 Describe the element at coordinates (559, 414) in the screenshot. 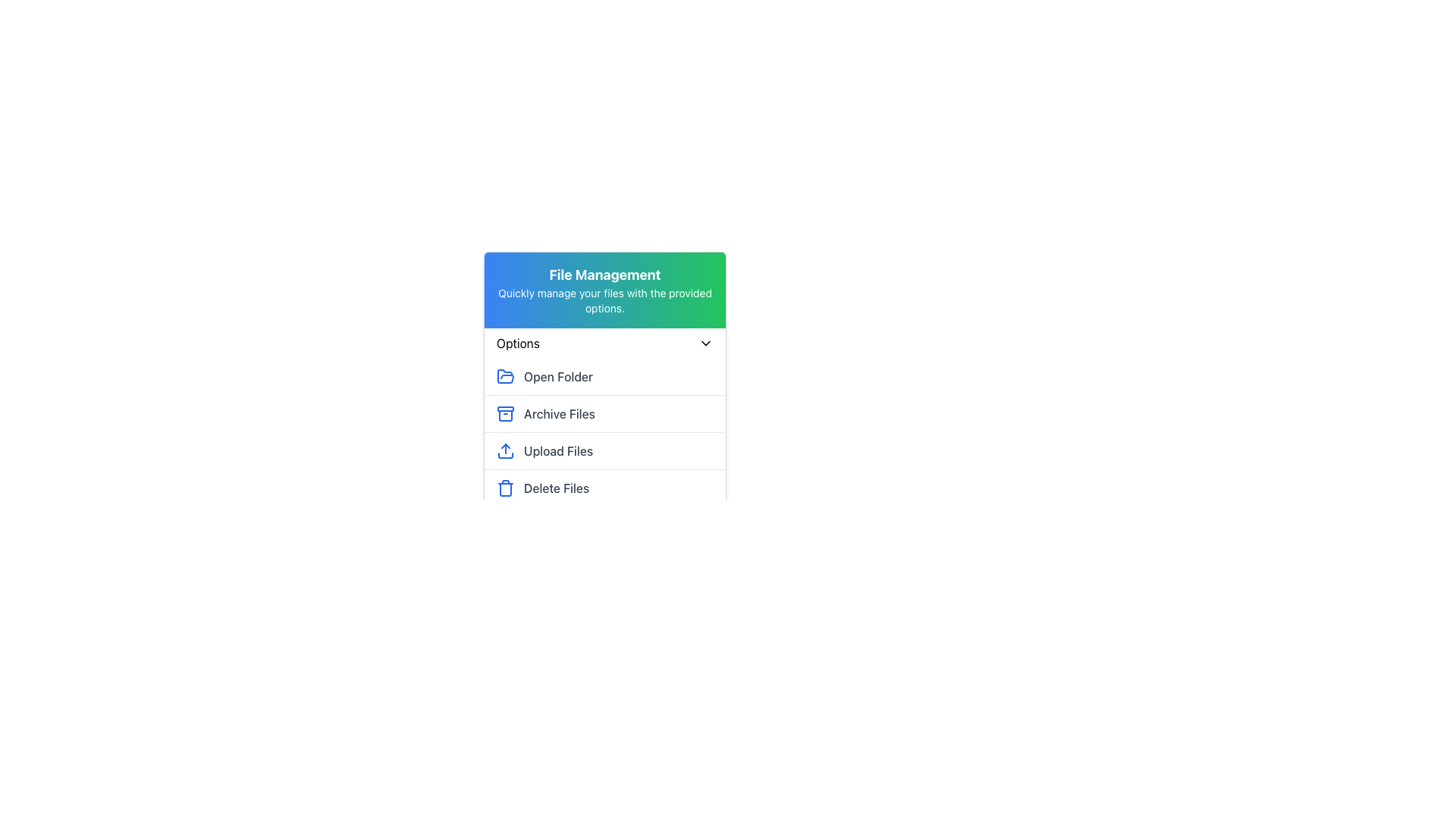

I see `text label indicating the function of archiving files, which is positioned to the right of a storage box icon in the Options menu` at that location.